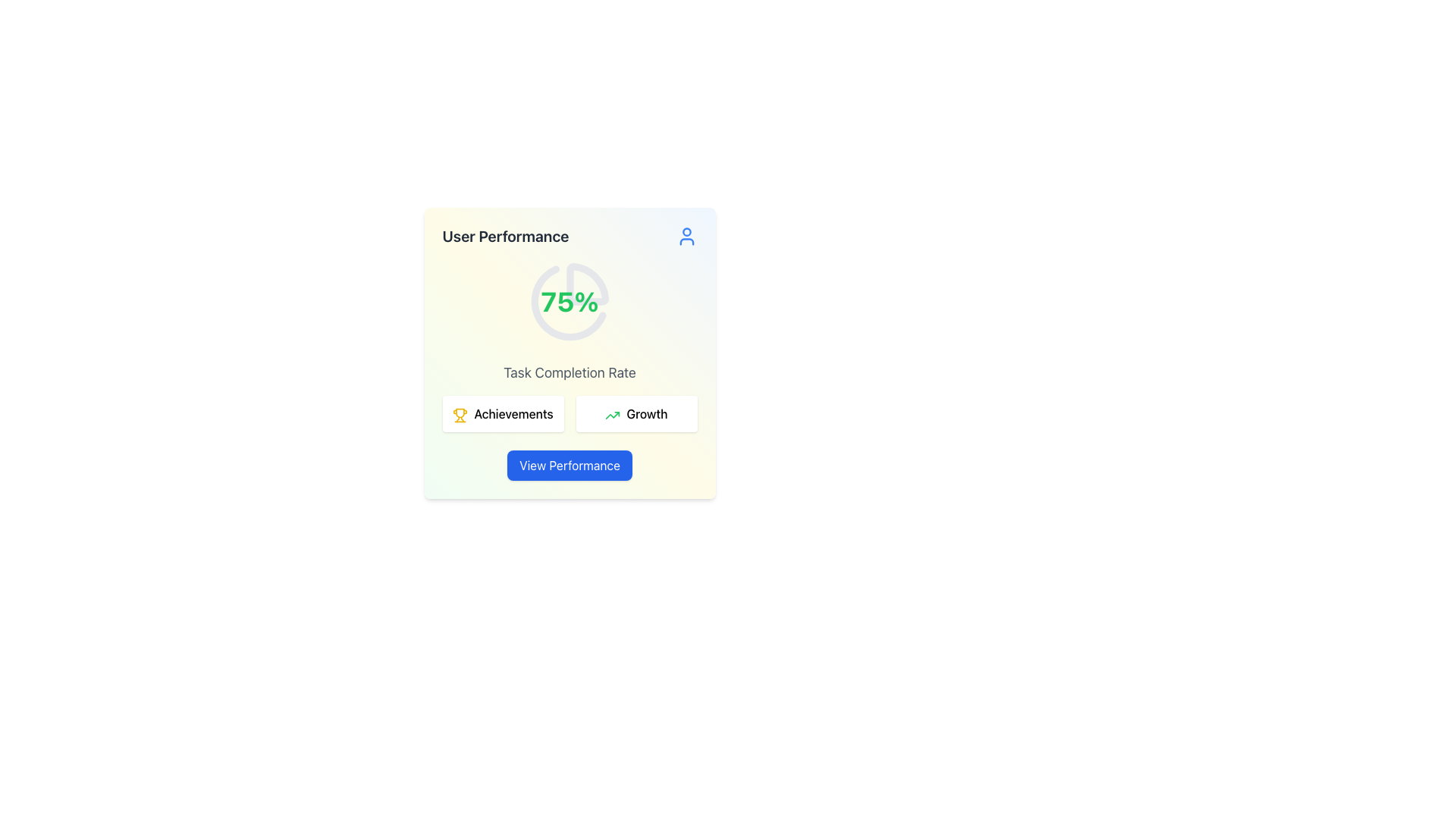 The width and height of the screenshot is (1456, 819). What do you see at coordinates (569, 301) in the screenshot?
I see `the text label that visually represents the percentage measure of task completion, located in the 'User Performance' card layout` at bounding box center [569, 301].